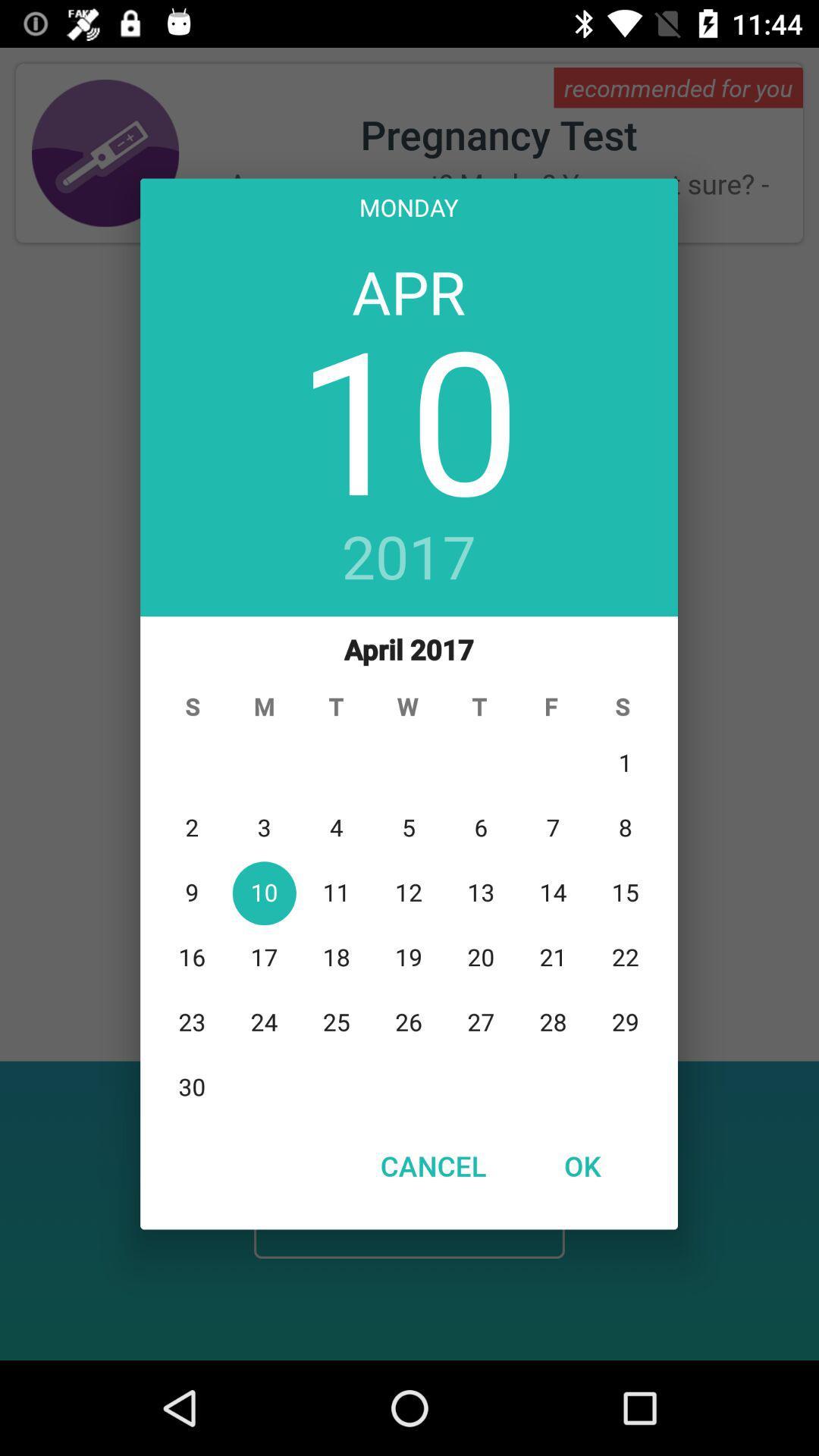 This screenshot has height=1456, width=819. I want to click on the icon next to the cancel item, so click(581, 1165).